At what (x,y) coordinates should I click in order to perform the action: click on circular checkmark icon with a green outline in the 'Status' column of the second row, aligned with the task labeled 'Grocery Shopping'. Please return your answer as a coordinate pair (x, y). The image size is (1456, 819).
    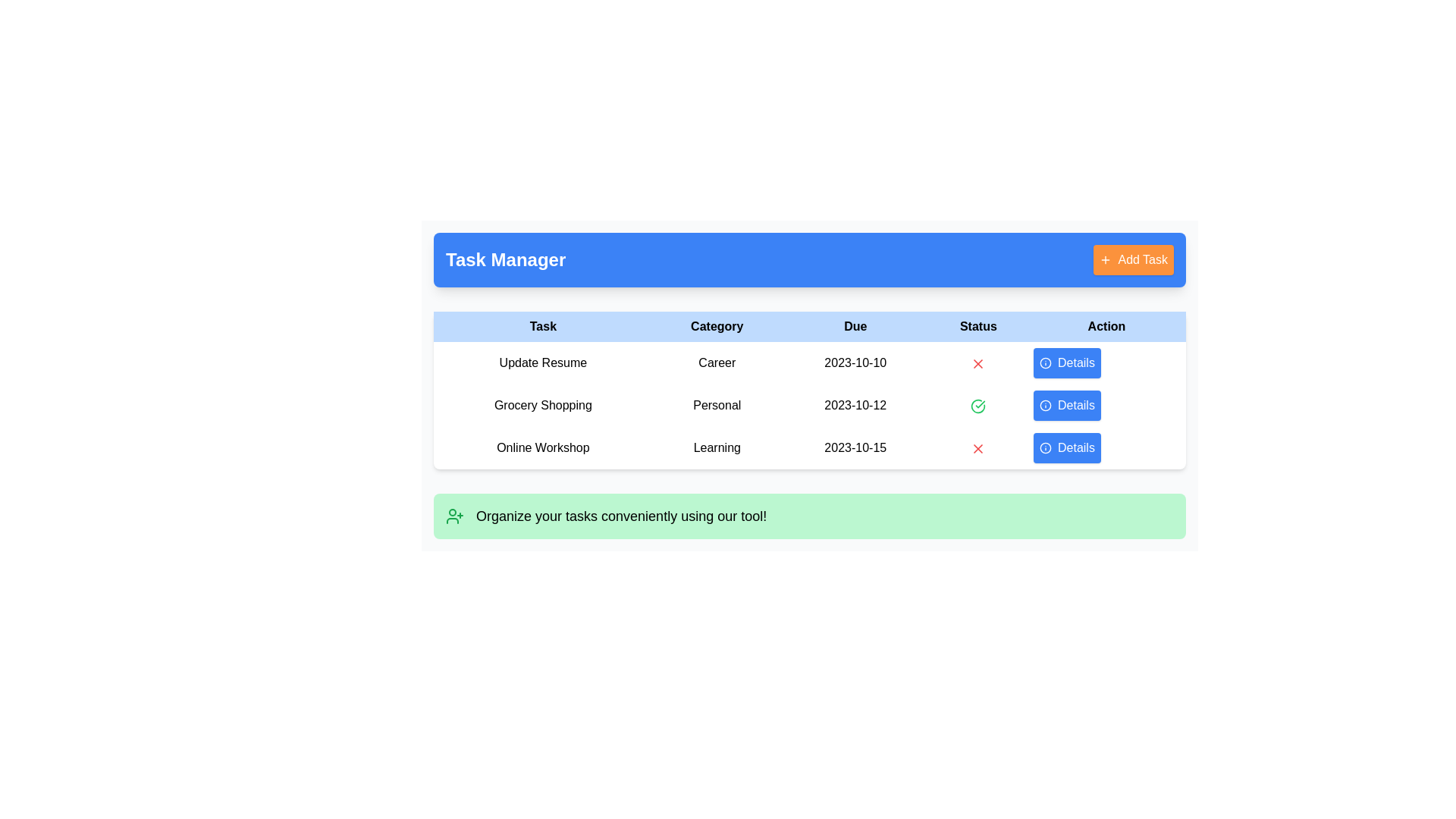
    Looking at the image, I should click on (978, 405).